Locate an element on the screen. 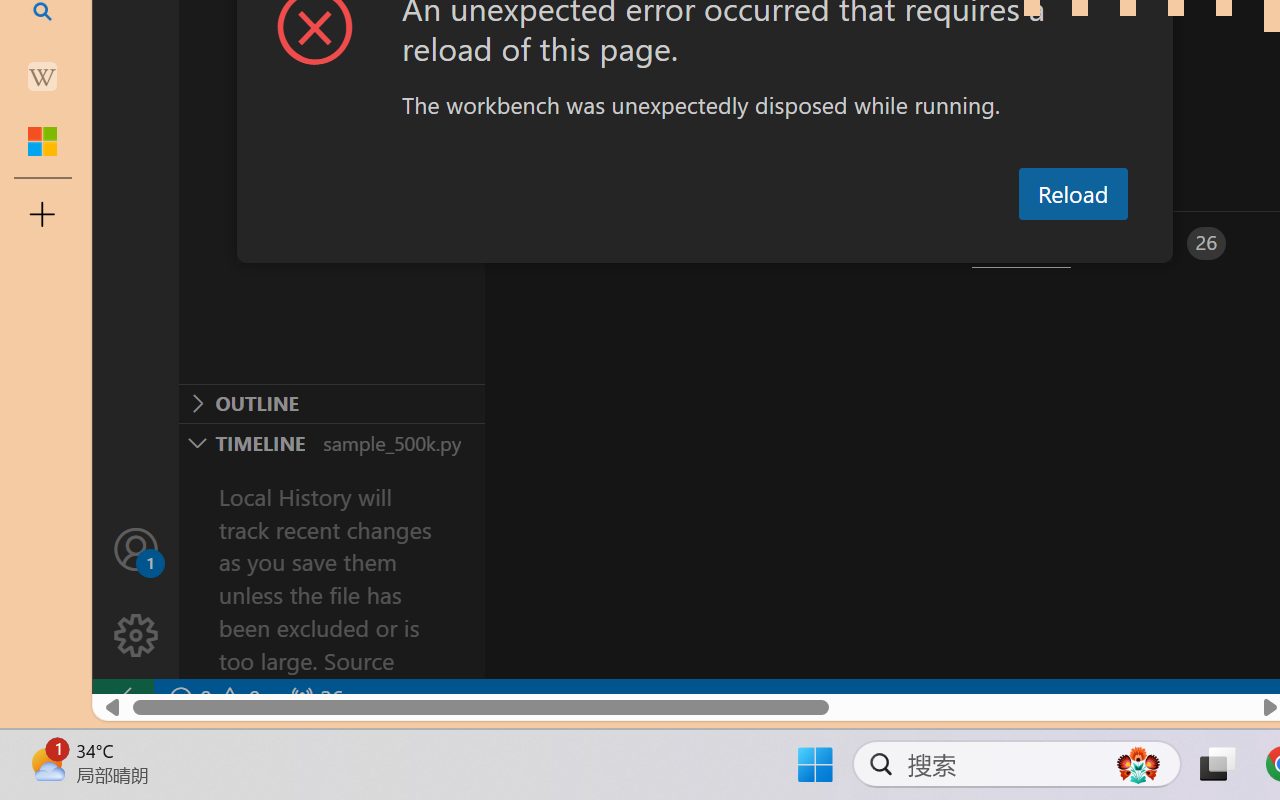  'Timeline Section' is located at coordinates (331, 441).